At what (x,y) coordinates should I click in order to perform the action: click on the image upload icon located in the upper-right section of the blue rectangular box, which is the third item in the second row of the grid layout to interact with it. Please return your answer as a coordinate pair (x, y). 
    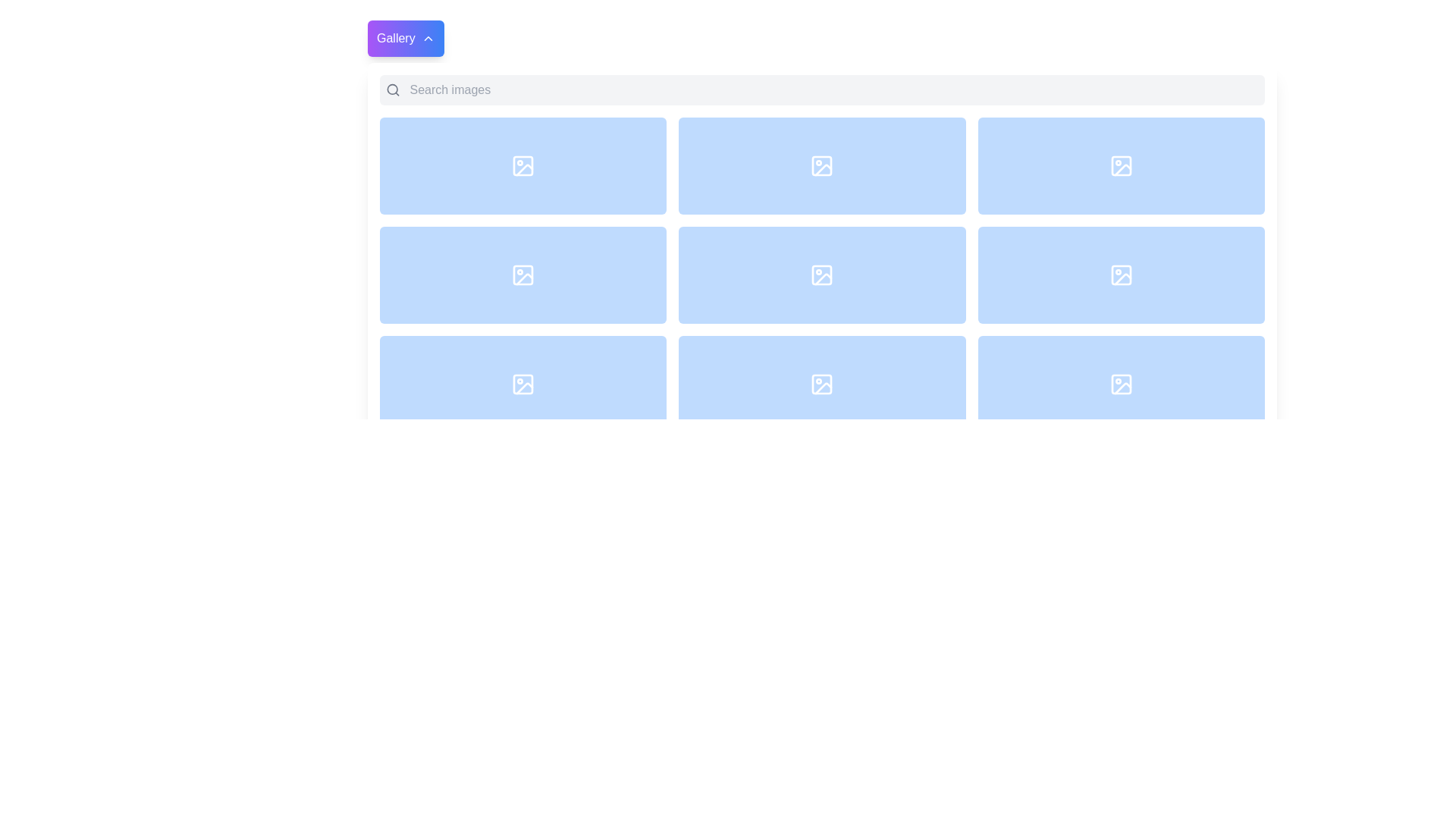
    Looking at the image, I should click on (821, 166).